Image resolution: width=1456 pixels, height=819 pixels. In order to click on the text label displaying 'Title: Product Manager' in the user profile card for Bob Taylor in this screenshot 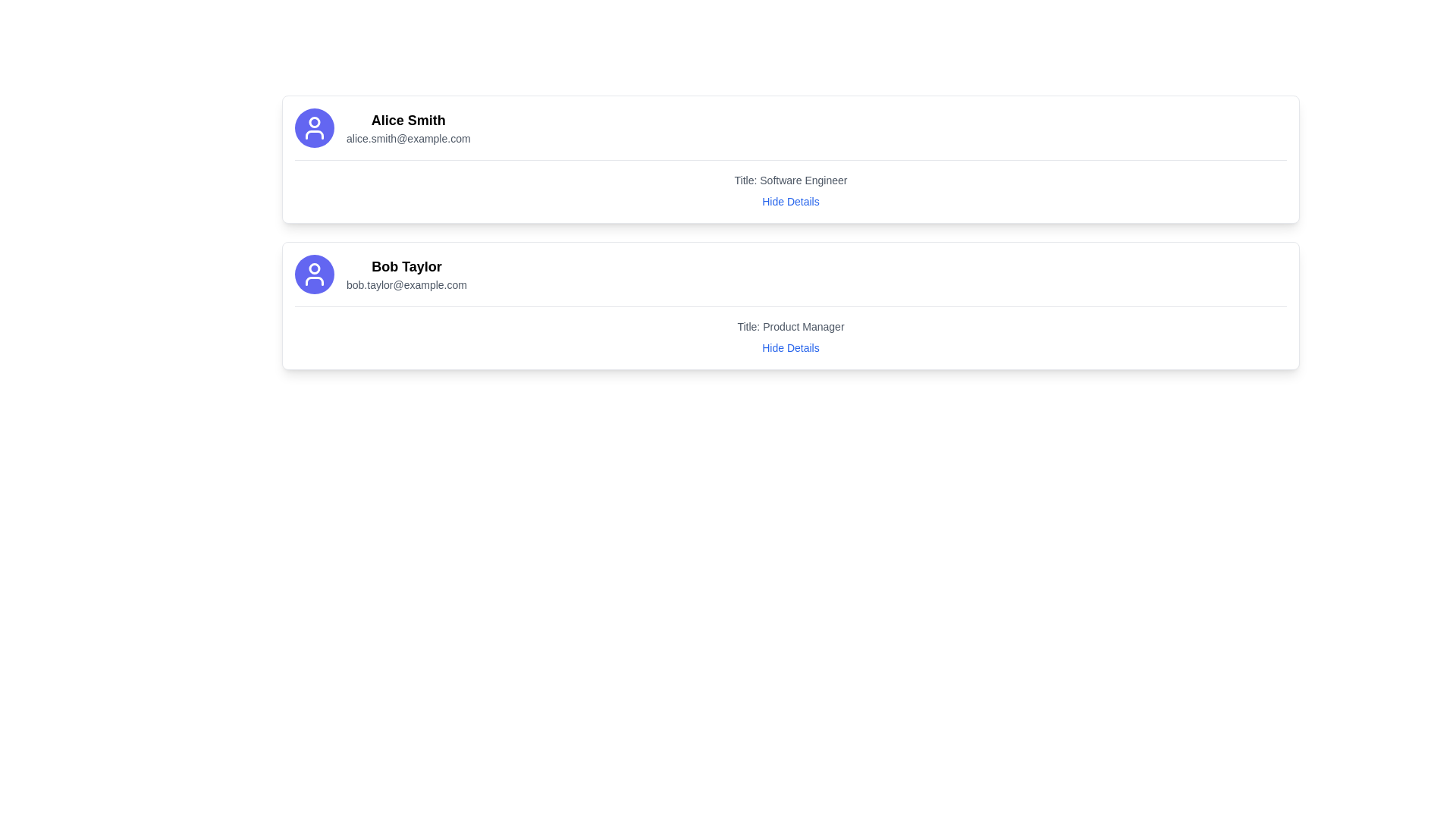, I will do `click(789, 326)`.